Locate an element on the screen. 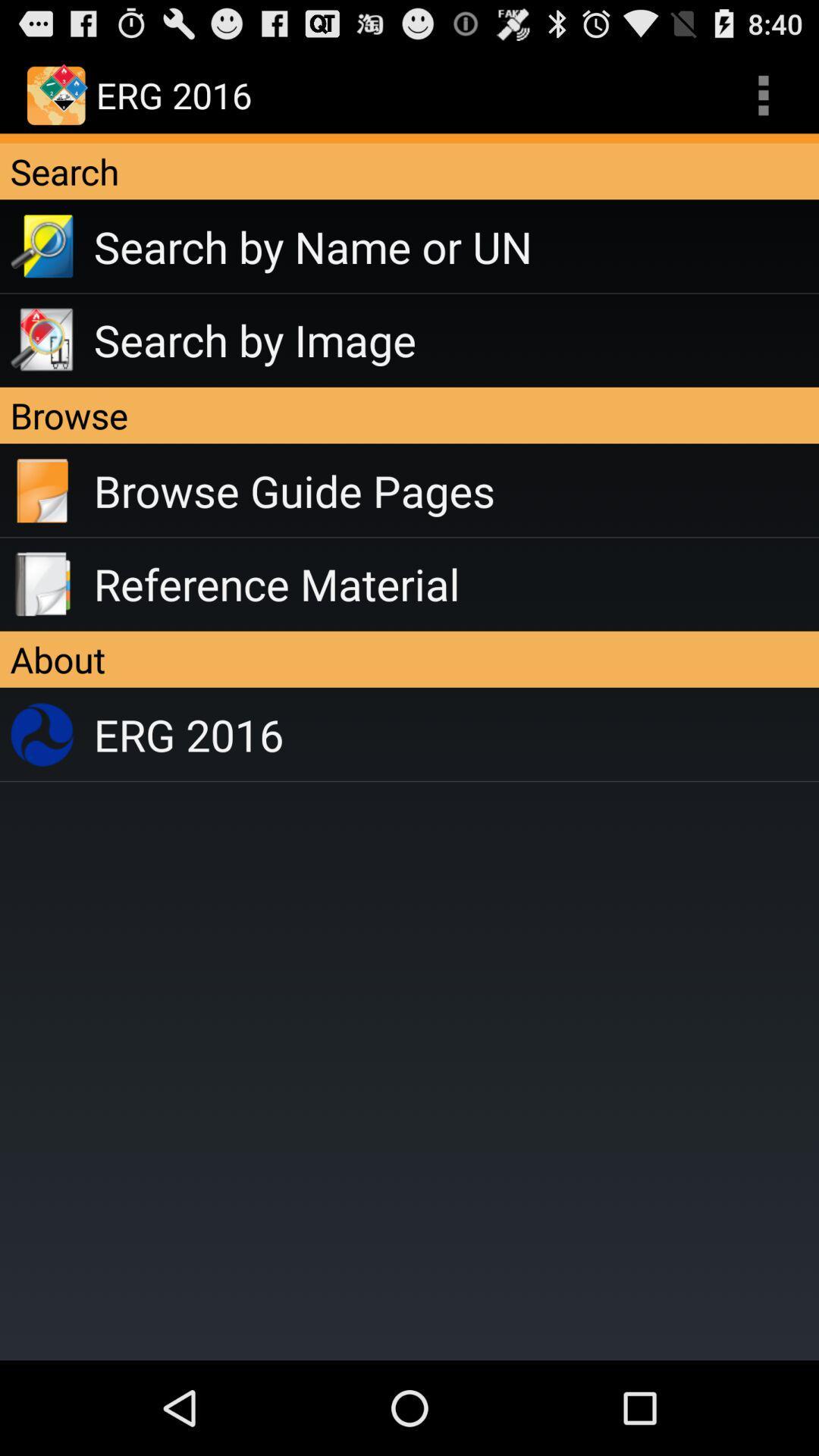 This screenshot has height=1456, width=819. the app above search icon is located at coordinates (763, 94).